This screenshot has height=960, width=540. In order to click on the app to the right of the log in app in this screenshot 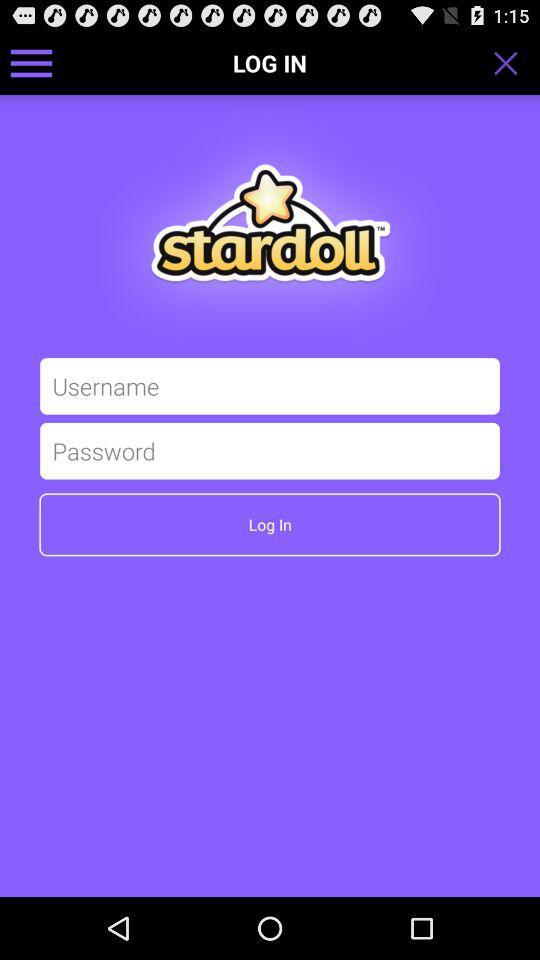, I will do `click(512, 62)`.